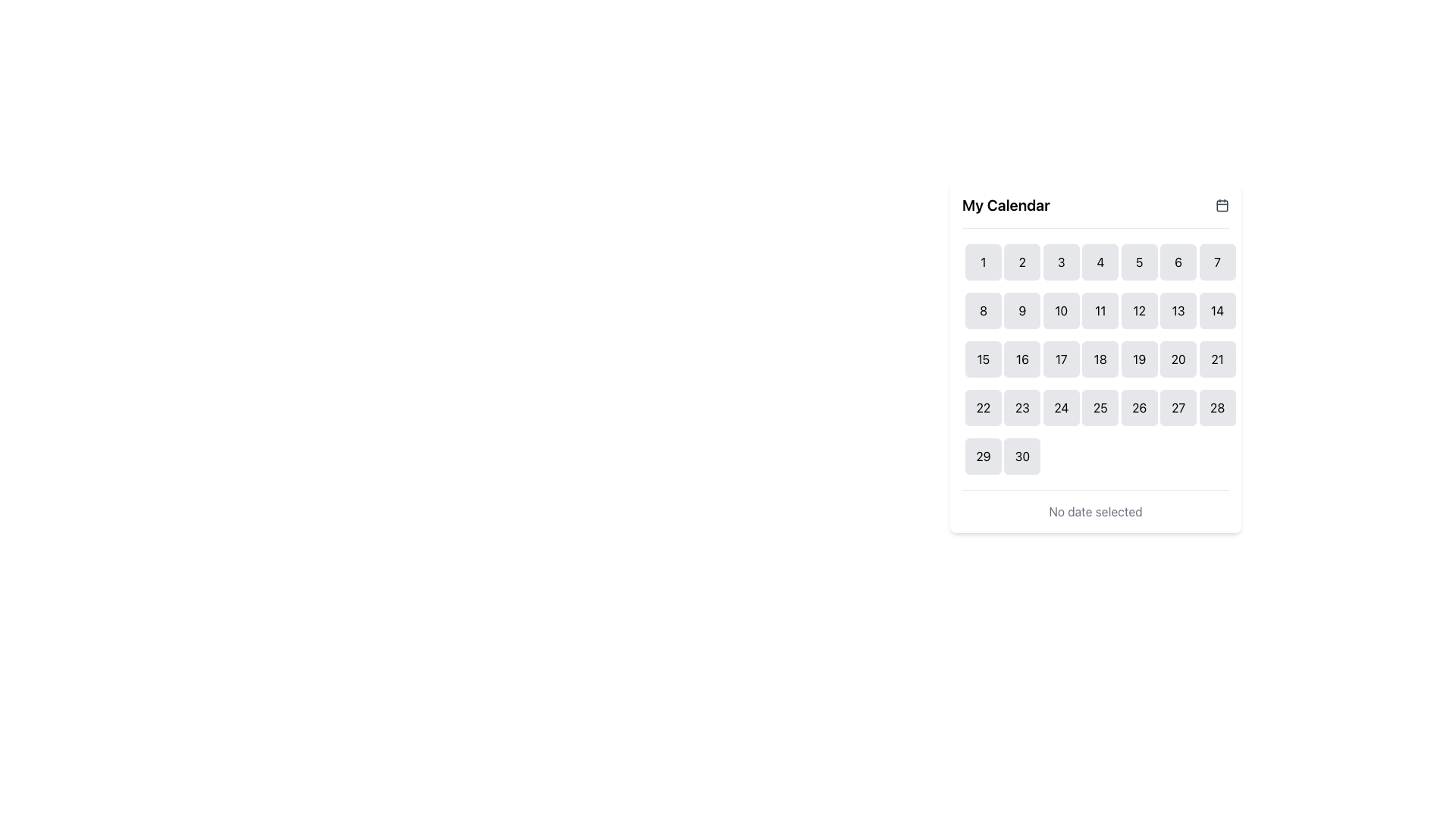 The width and height of the screenshot is (1456, 819). What do you see at coordinates (1060, 309) in the screenshot?
I see `the square-shaped button with a rounded border and the number '10' in bold black text` at bounding box center [1060, 309].